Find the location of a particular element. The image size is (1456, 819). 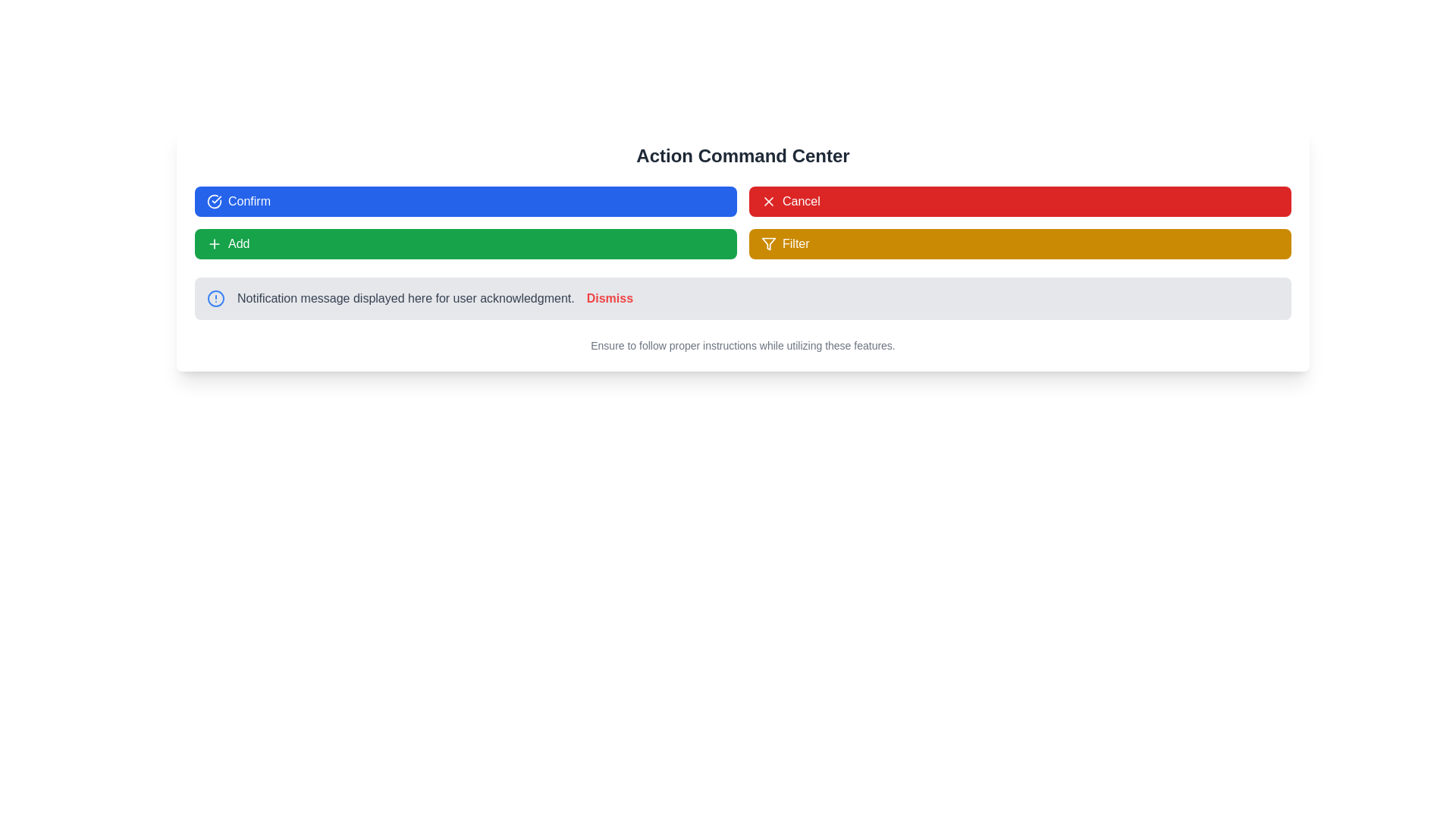

the cancelation icon located in the upper right corner of the interface, aligned to the left side of the 'Cancel' button's text is located at coordinates (768, 201).